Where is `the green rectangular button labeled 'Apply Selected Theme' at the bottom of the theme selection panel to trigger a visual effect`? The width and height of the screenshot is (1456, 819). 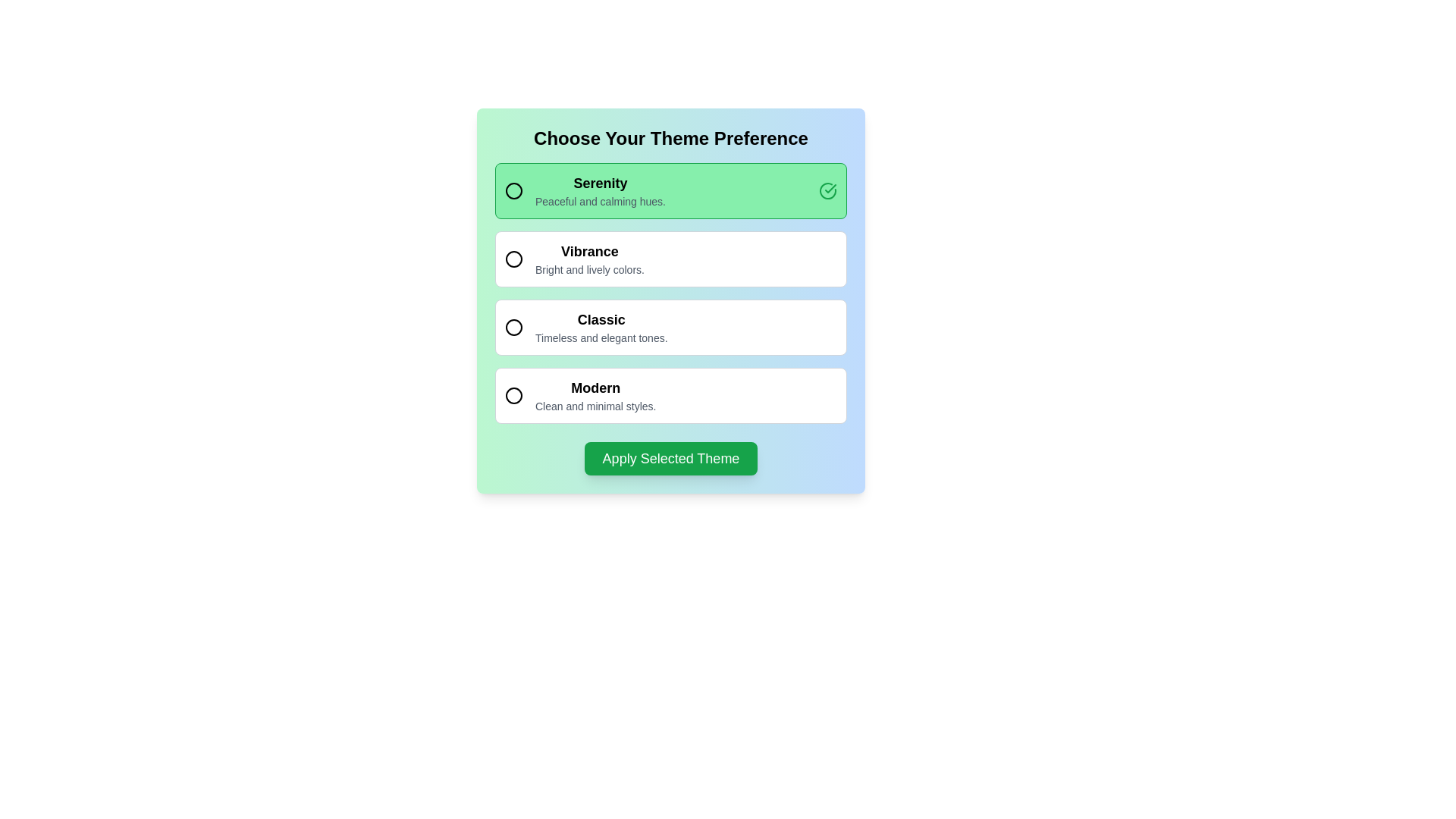 the green rectangular button labeled 'Apply Selected Theme' at the bottom of the theme selection panel to trigger a visual effect is located at coordinates (670, 458).